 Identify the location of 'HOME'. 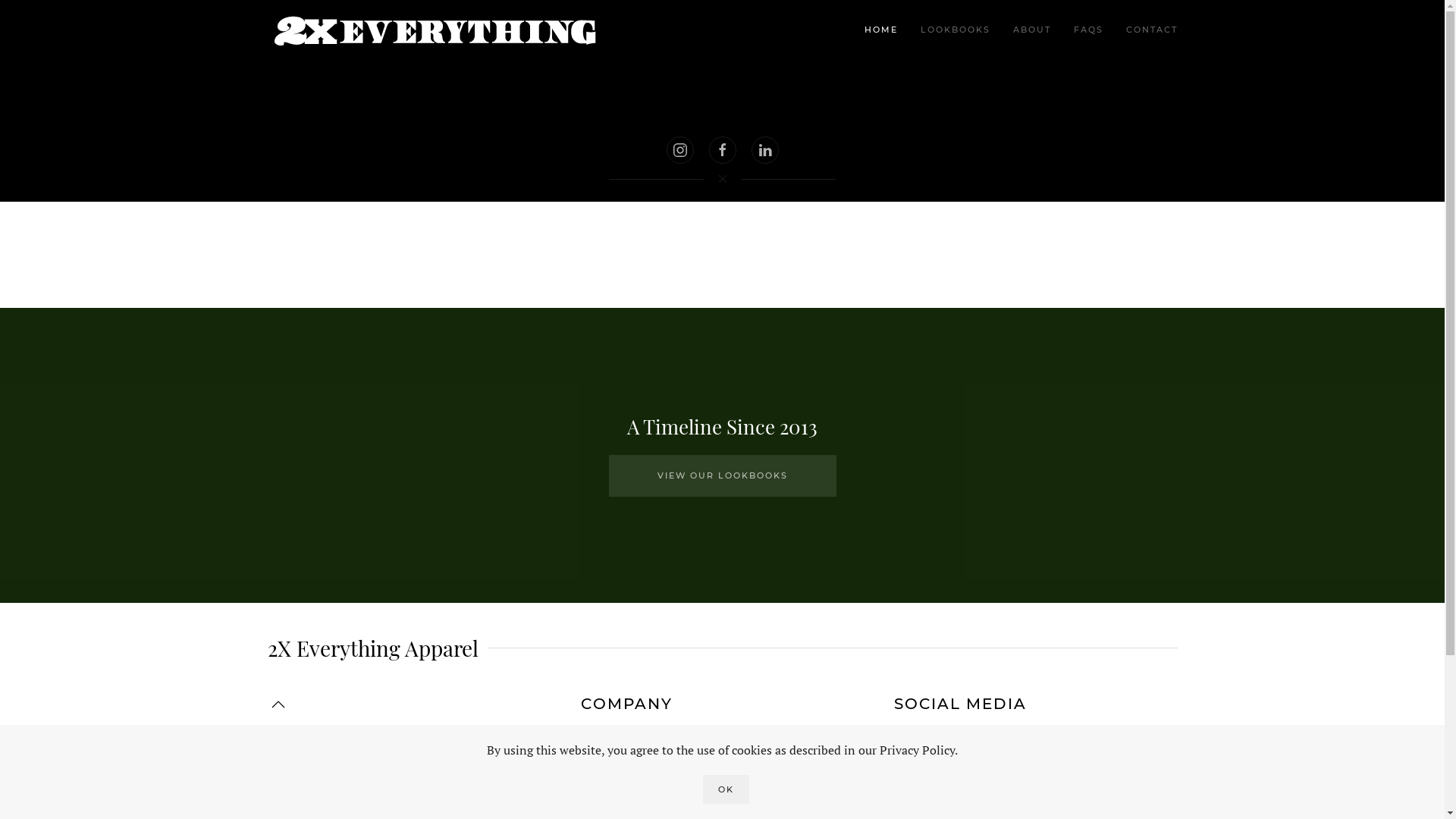
(880, 30).